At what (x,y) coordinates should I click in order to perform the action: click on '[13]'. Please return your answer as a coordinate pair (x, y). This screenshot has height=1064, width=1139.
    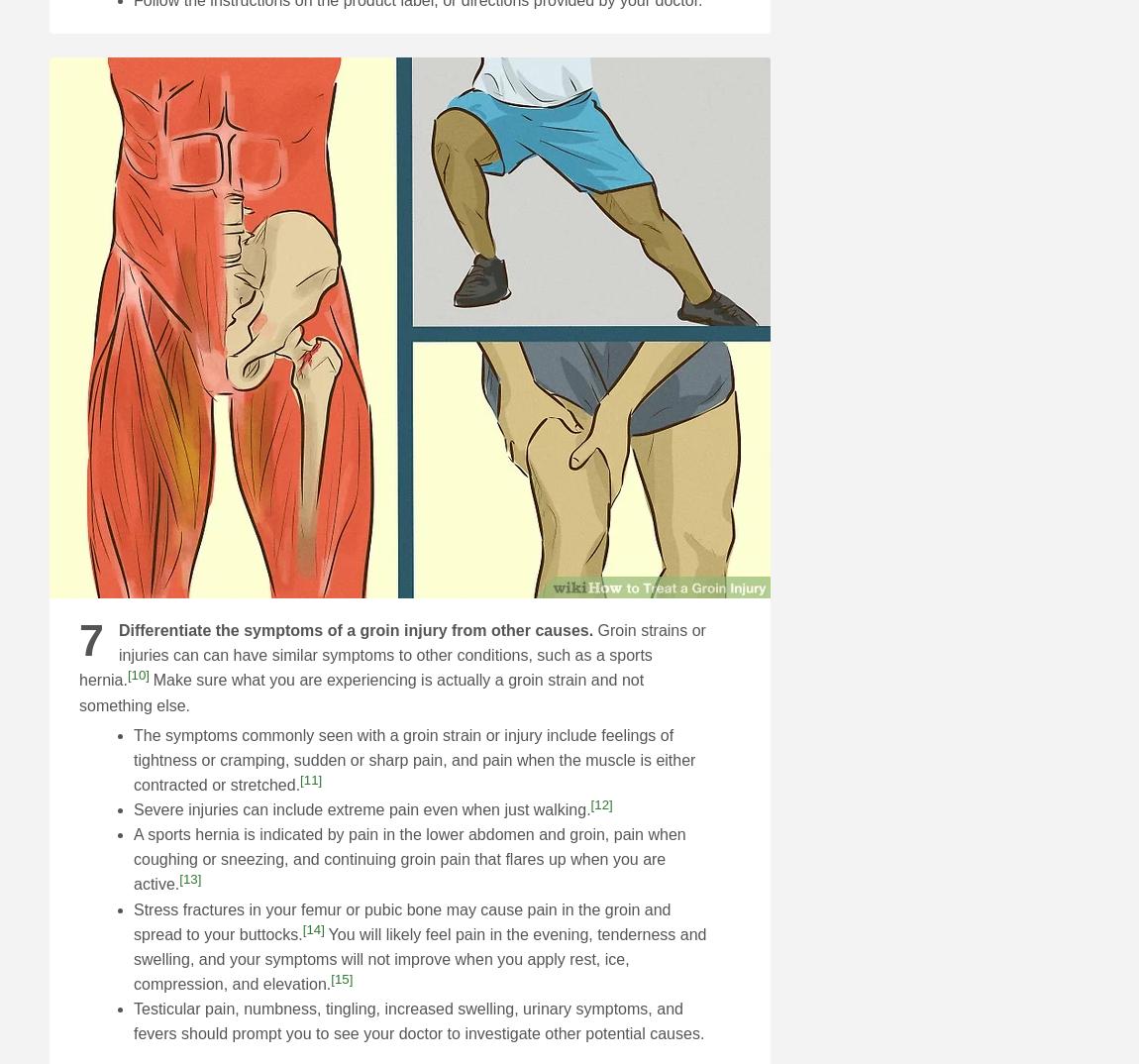
    Looking at the image, I should click on (178, 878).